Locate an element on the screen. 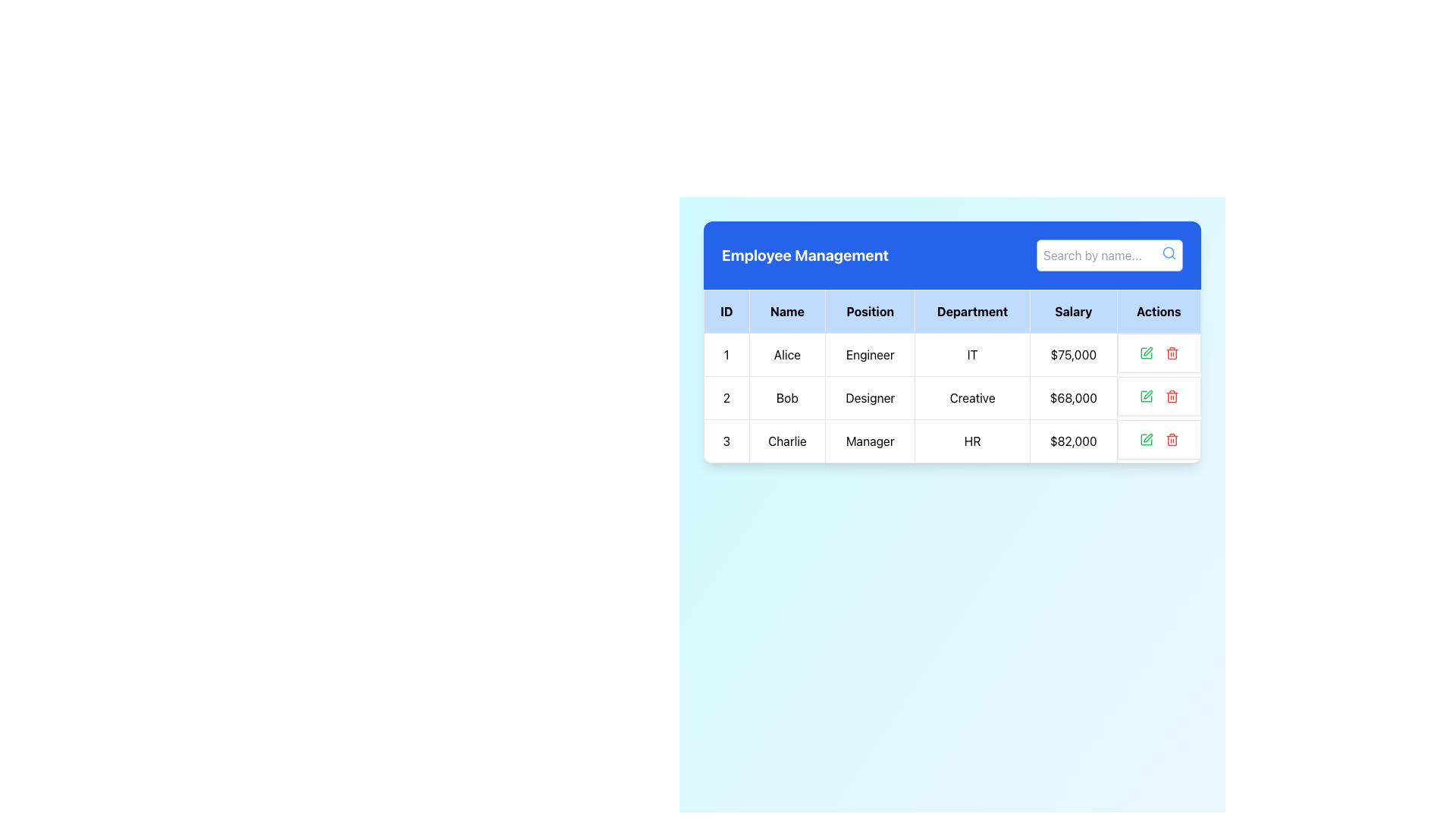  the icon group in the last cell of the 'Actions' column for the employee 'Bob', which includes options to edit and delete his information is located at coordinates (1158, 395).